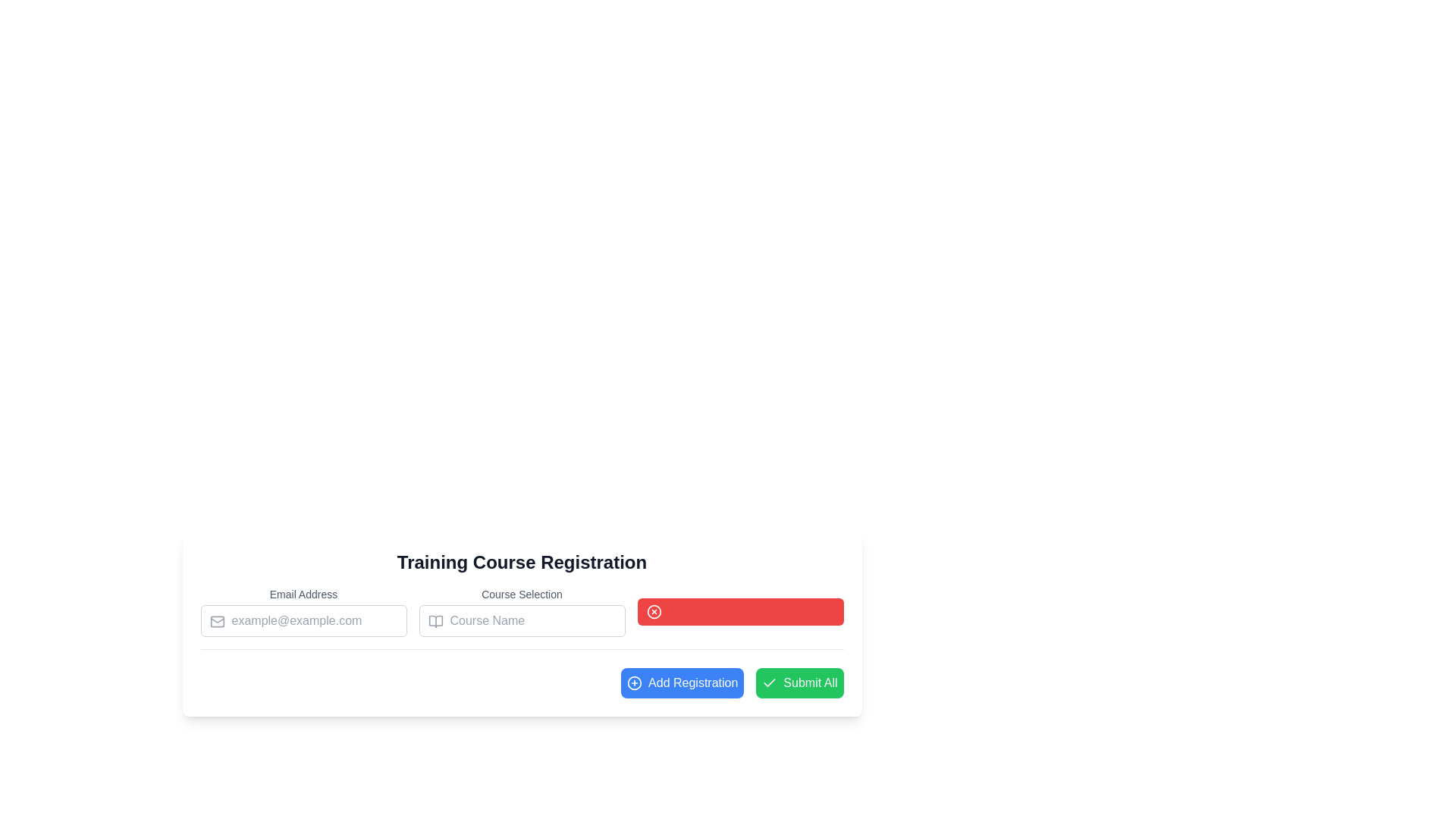  I want to click on the 'Email Address' label, which is styled with a small font size and gray color, positioned above the input field in the 'Training Course Registration' form, so click(303, 610).